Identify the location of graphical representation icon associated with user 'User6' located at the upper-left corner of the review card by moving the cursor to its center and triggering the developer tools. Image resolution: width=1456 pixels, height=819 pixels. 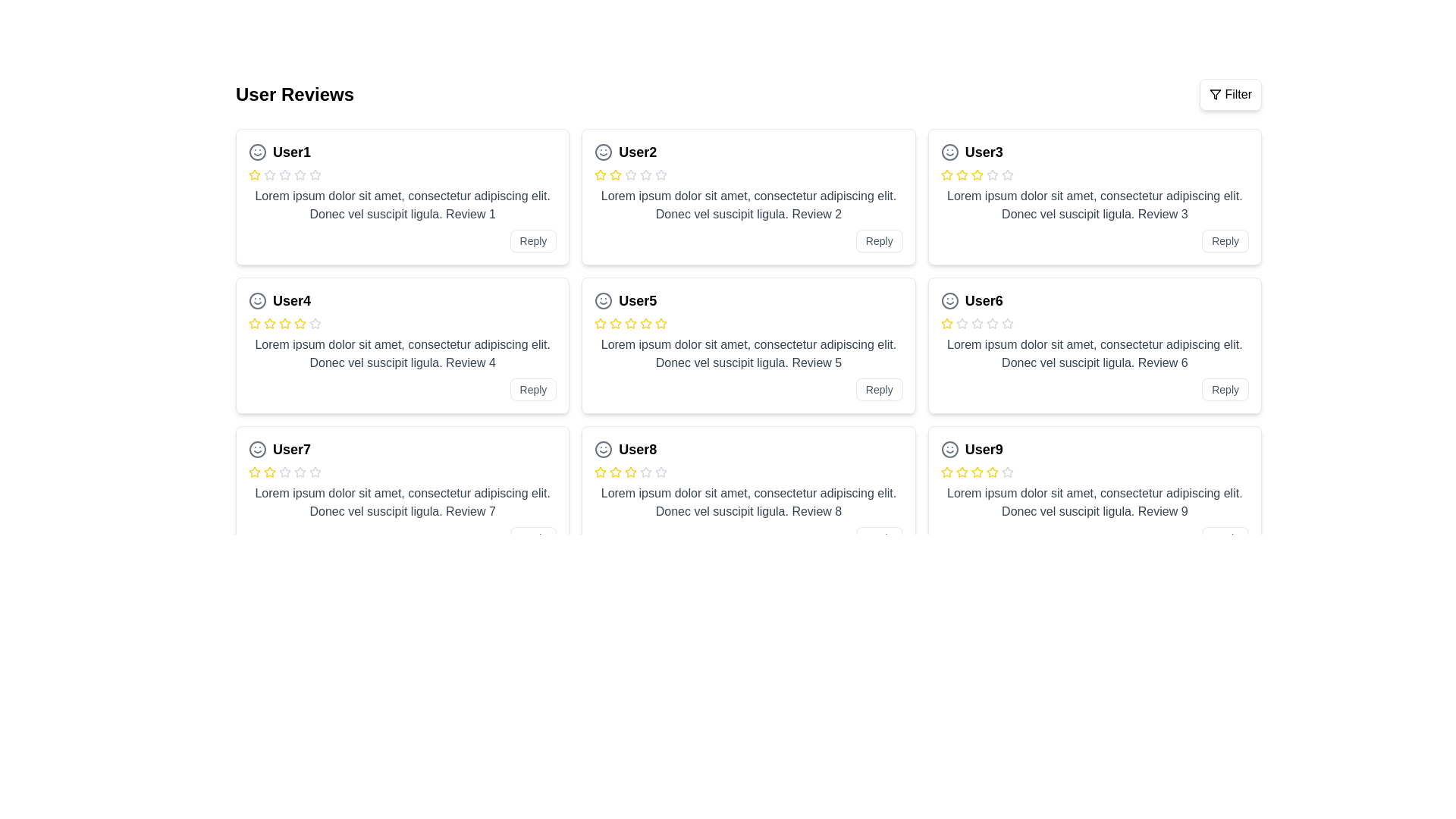
(949, 301).